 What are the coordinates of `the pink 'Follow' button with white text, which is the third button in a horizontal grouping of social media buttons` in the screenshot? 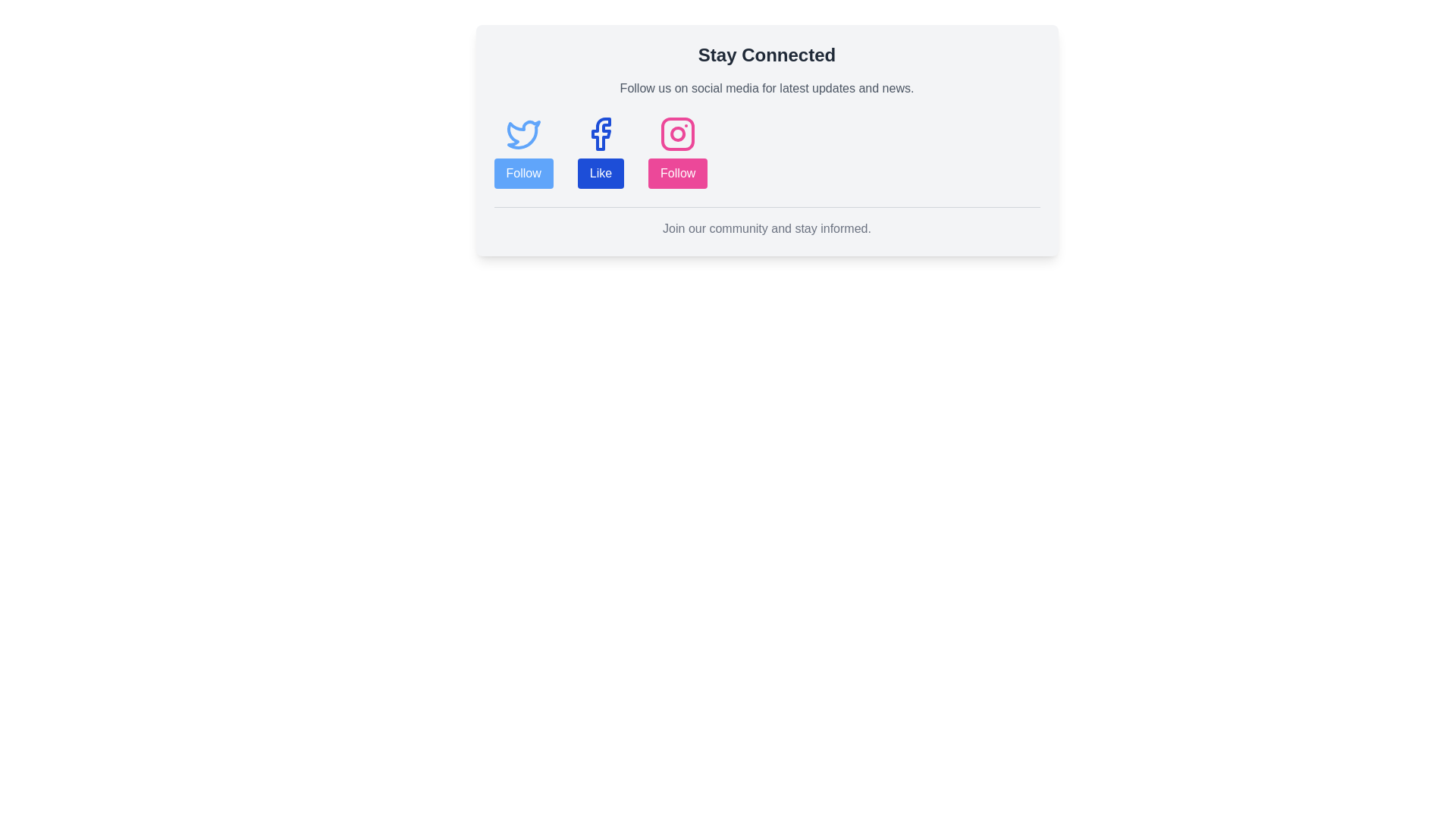 It's located at (677, 152).